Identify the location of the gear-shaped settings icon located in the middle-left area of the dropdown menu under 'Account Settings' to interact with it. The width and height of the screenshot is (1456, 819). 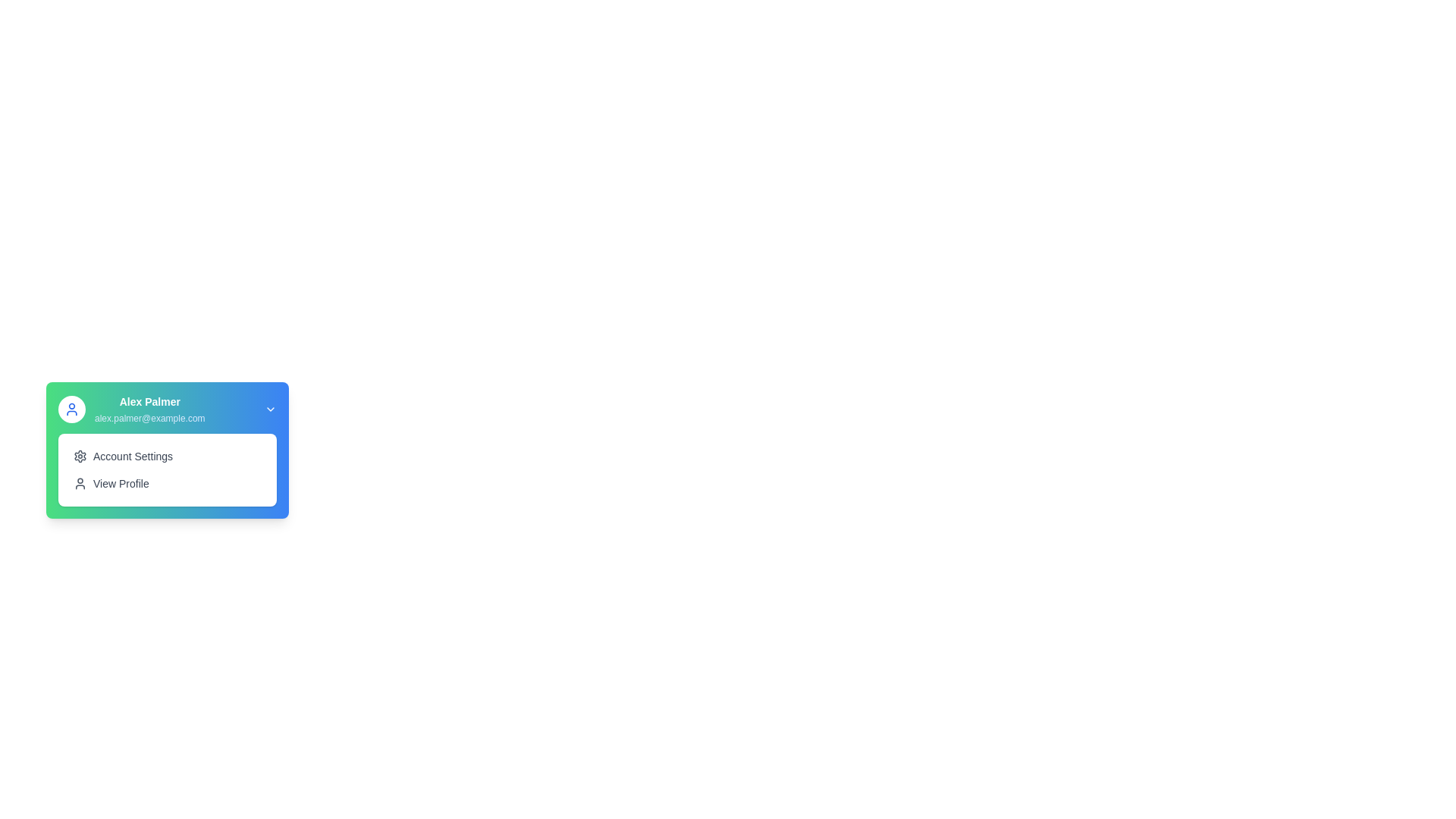
(79, 455).